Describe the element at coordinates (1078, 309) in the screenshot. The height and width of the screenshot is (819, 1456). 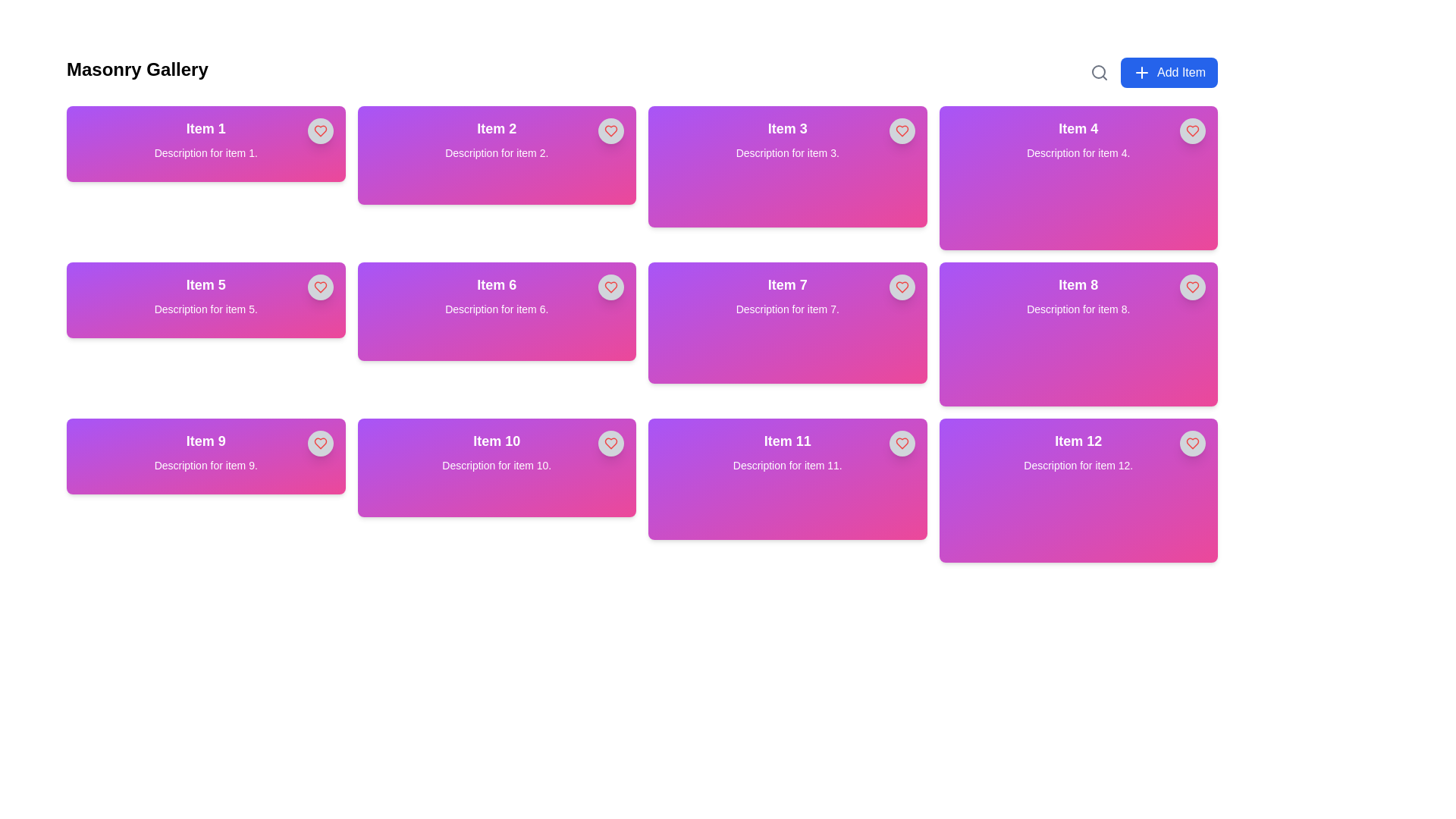
I see `the descriptive Text label associated with 'Item 8', located in the central lower half of the eighth card in the grid layout` at that location.